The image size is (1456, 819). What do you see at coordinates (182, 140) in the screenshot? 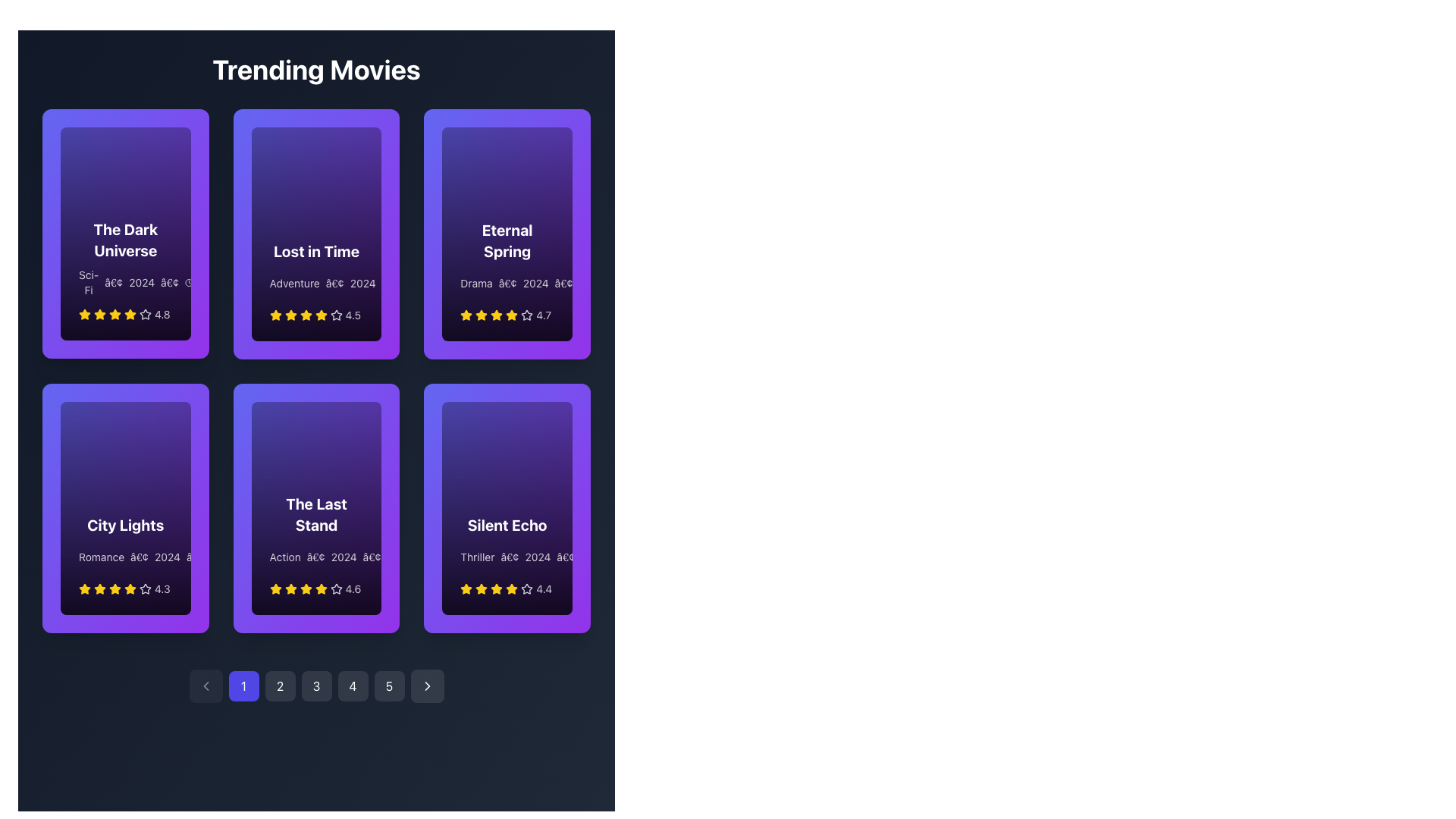
I see `the circular indigo play button with a white fill icon located at the center of the button near the top-right corner of 'The Dark Universe' card` at bounding box center [182, 140].